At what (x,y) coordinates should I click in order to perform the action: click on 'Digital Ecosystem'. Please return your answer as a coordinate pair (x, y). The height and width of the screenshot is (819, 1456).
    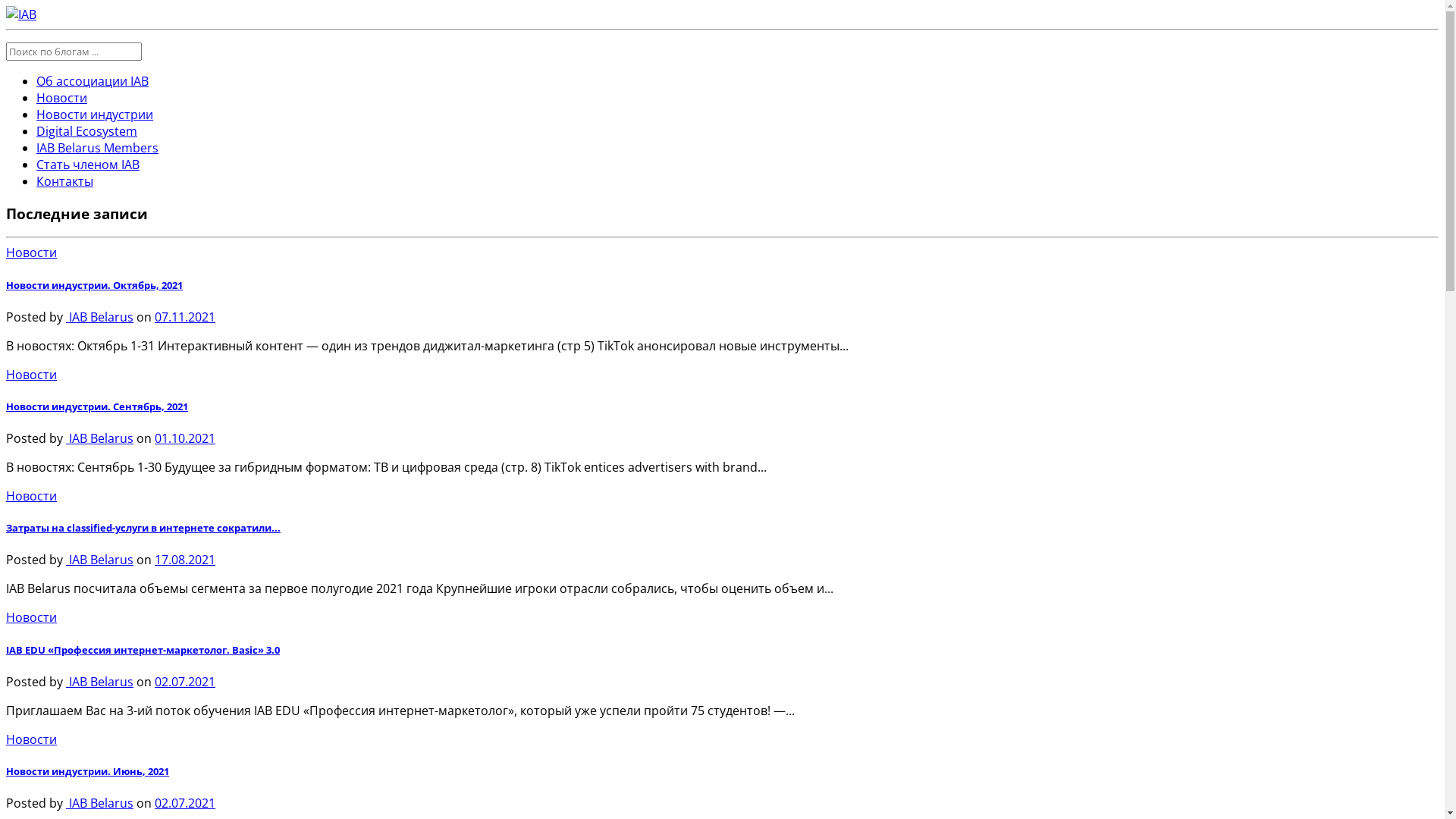
    Looking at the image, I should click on (86, 130).